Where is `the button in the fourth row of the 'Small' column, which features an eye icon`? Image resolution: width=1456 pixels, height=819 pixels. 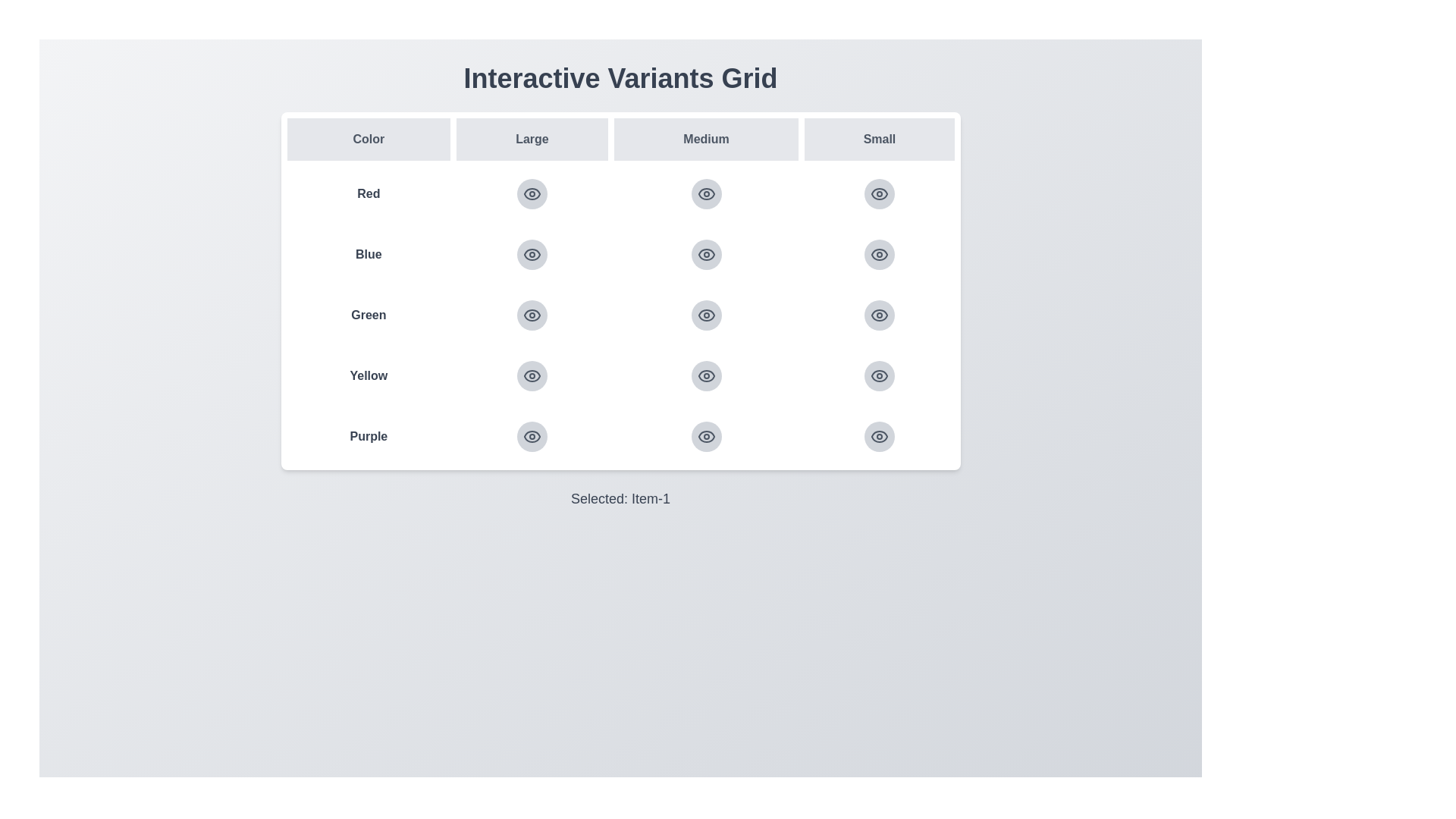 the button in the fourth row of the 'Small' column, which features an eye icon is located at coordinates (880, 375).